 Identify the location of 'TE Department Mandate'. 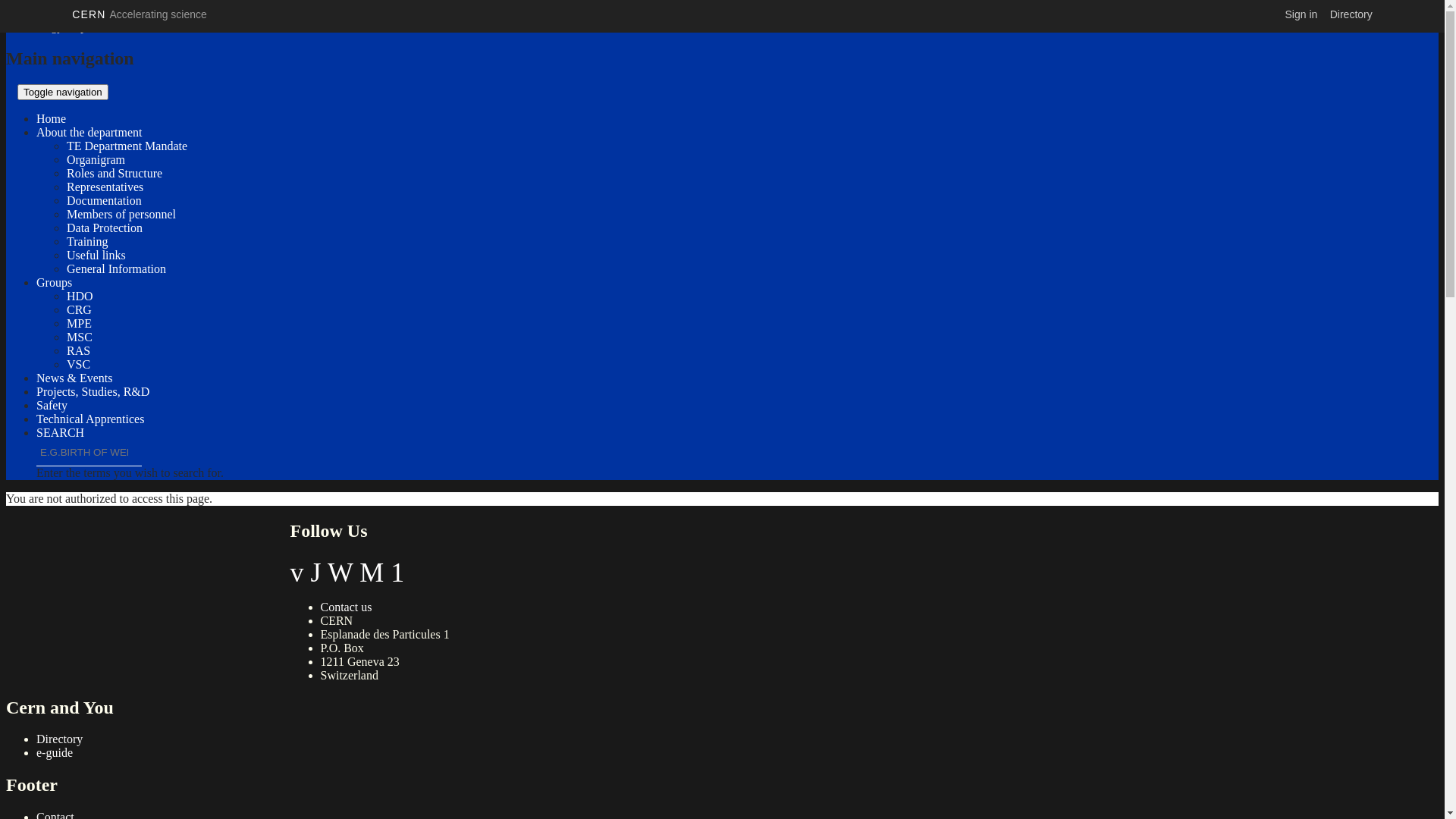
(127, 146).